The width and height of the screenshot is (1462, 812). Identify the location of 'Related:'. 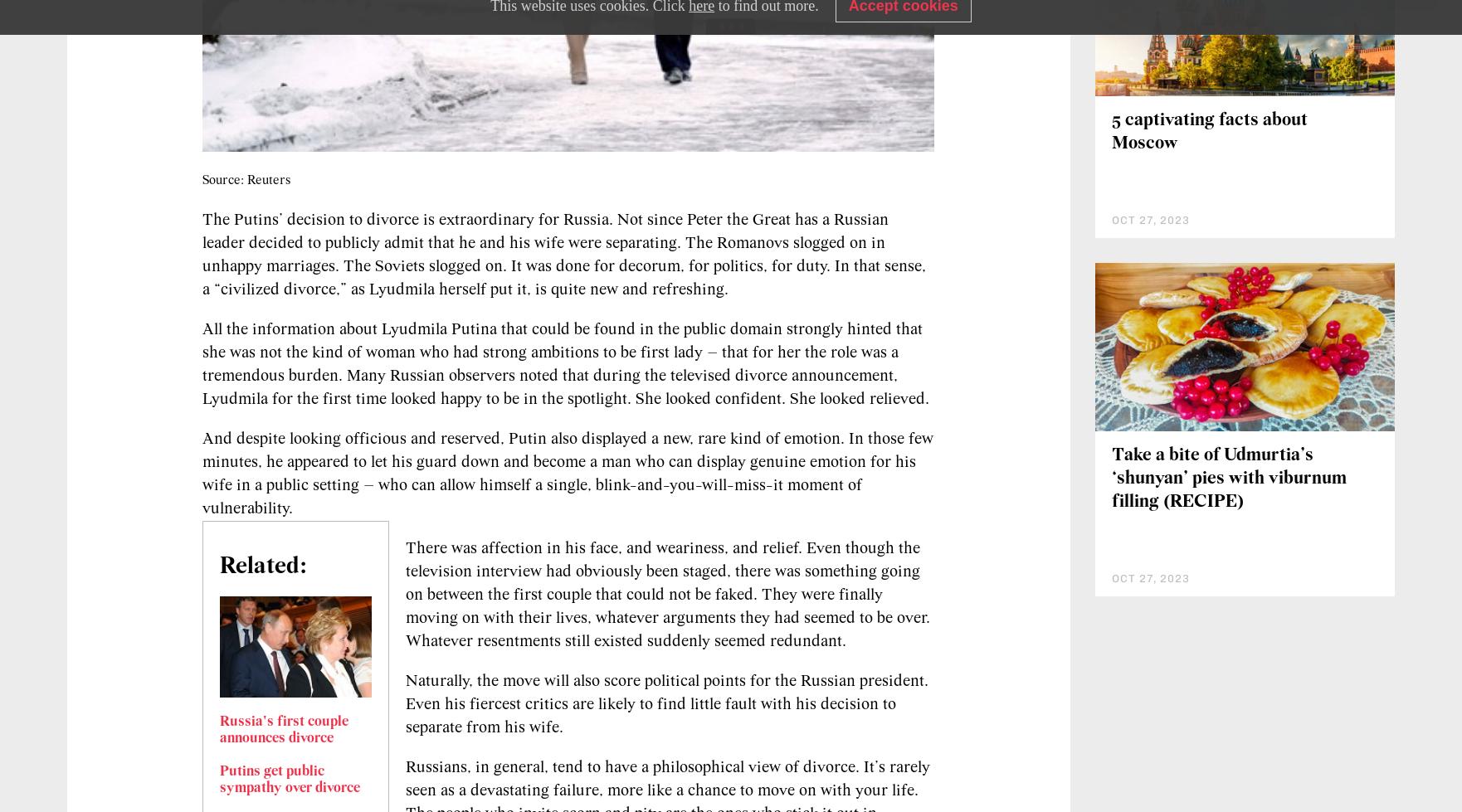
(220, 565).